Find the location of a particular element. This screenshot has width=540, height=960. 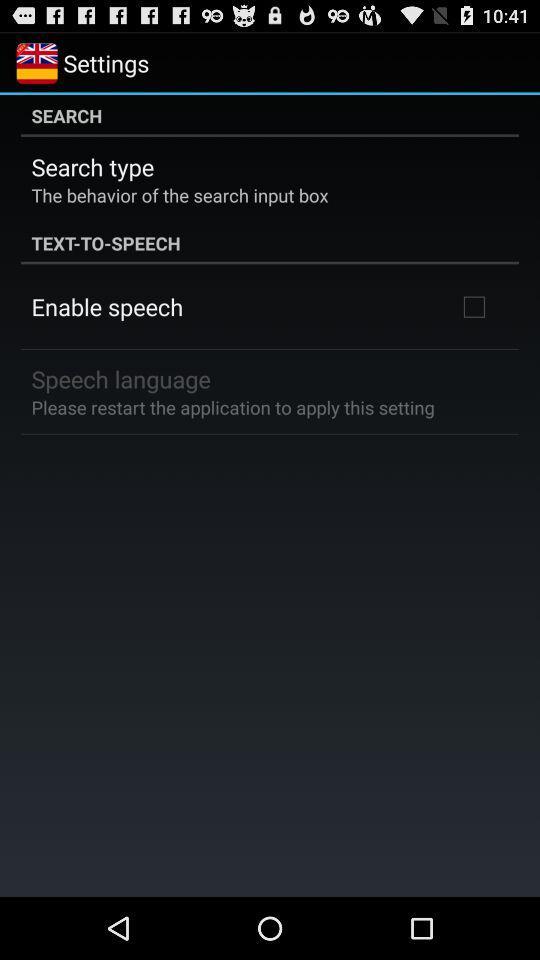

the speech language on the left is located at coordinates (121, 377).